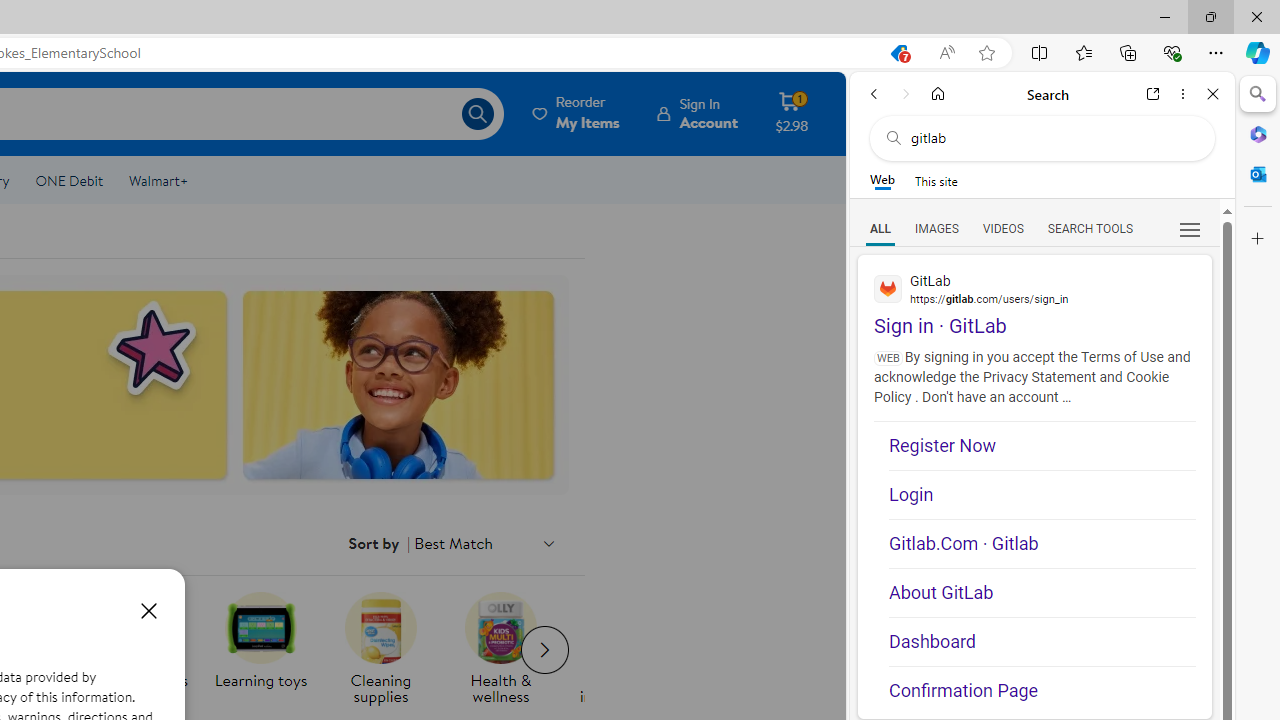 The image size is (1280, 720). I want to click on 'This site scope', so click(935, 180).